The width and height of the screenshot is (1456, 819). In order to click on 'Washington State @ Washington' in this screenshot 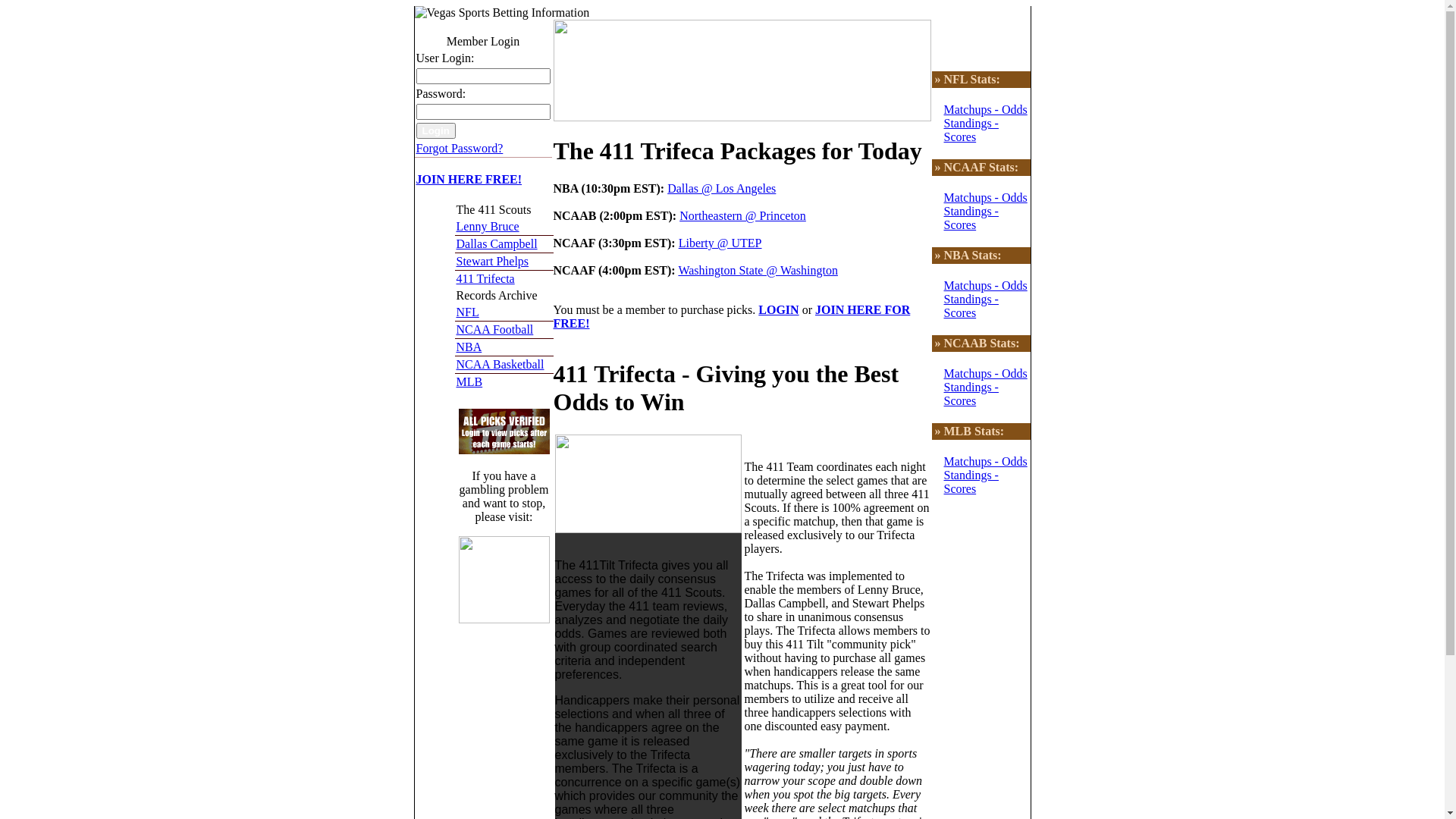, I will do `click(758, 269)`.